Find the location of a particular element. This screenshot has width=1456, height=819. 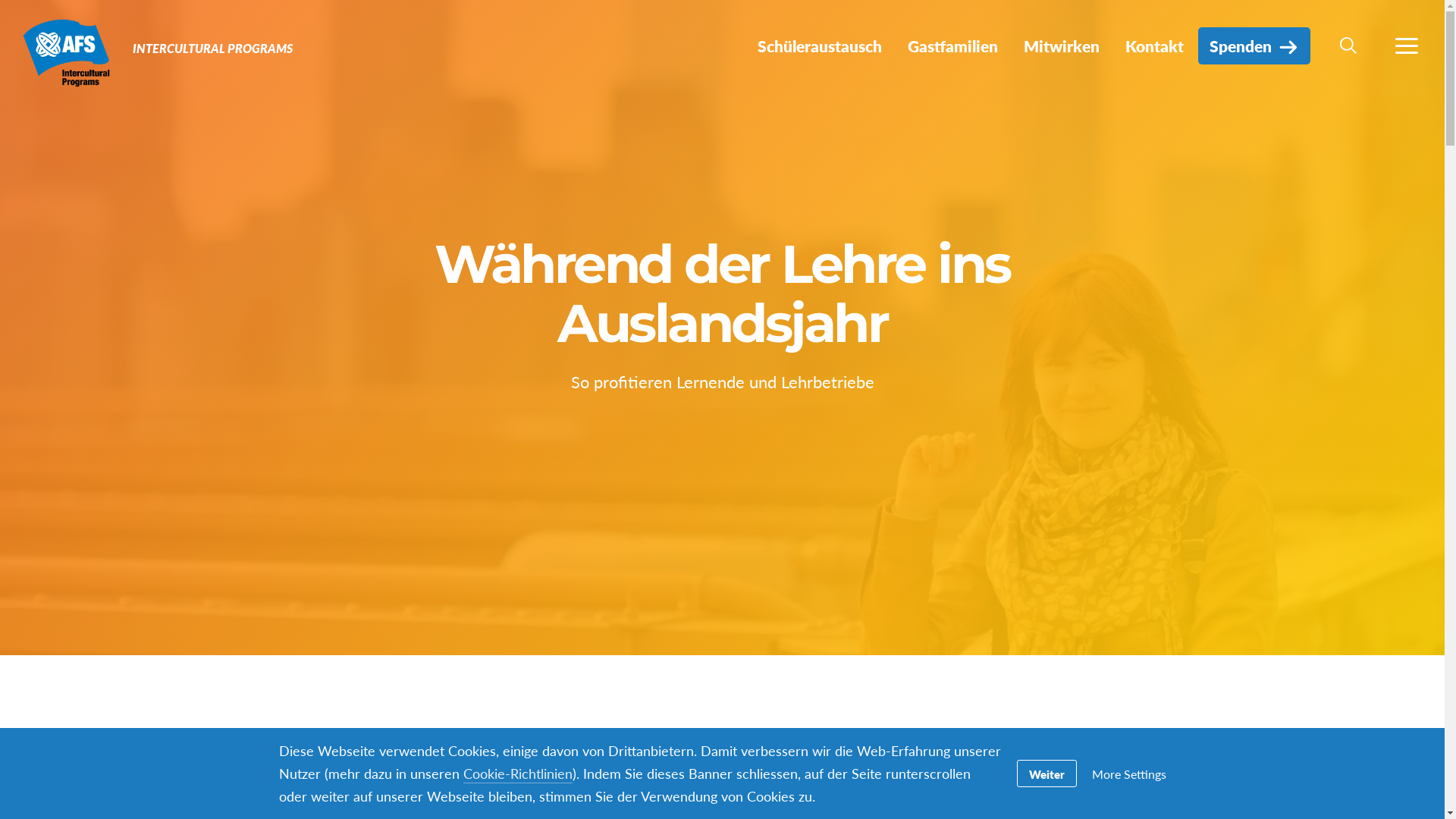

'Mitwirken' is located at coordinates (1061, 45).